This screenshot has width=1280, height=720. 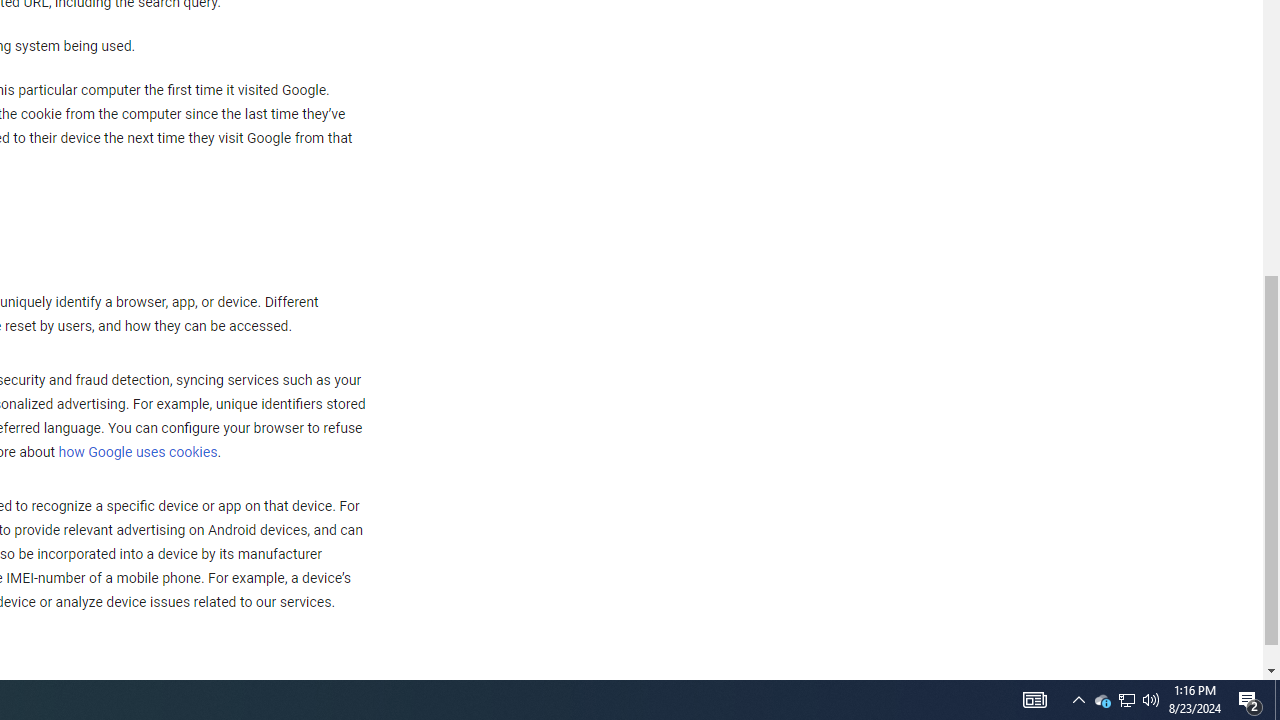 What do you see at coordinates (136, 453) in the screenshot?
I see `'how Google uses cookies'` at bounding box center [136, 453].